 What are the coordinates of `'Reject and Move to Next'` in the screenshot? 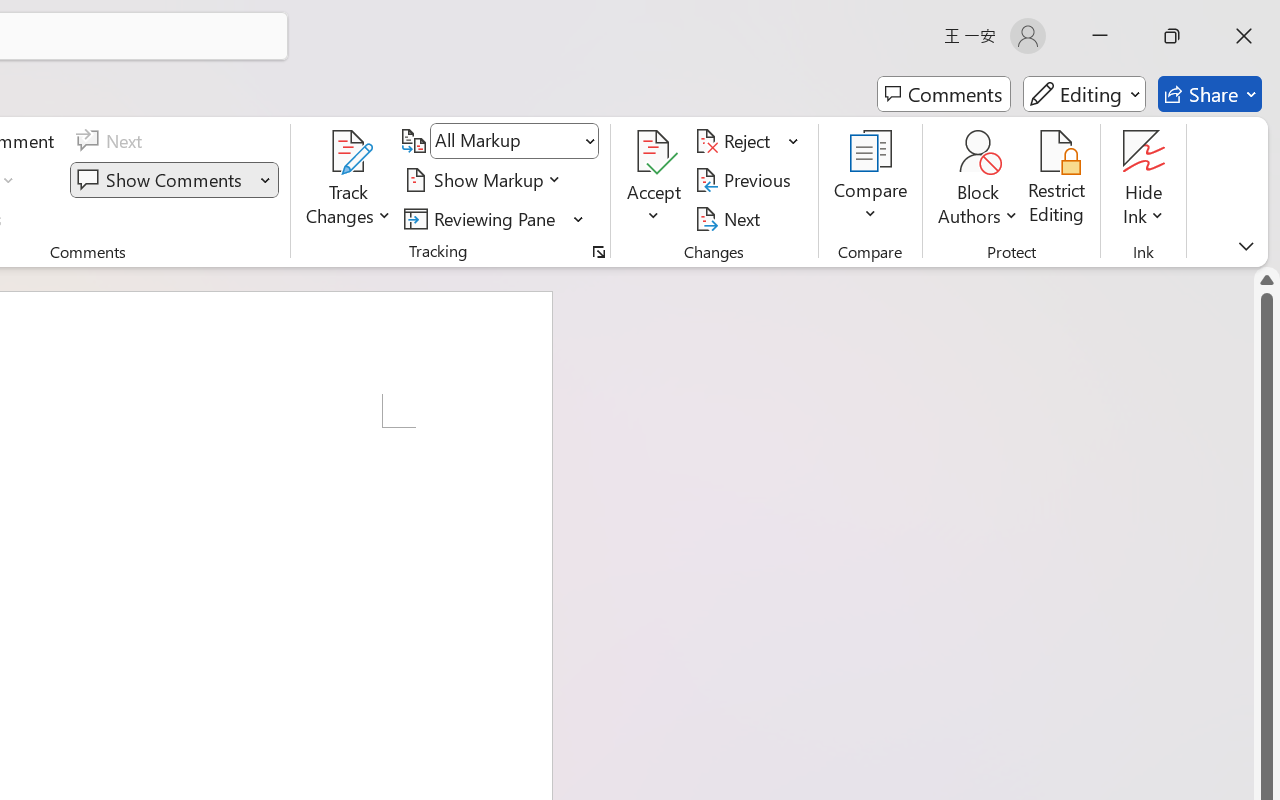 It's located at (735, 141).